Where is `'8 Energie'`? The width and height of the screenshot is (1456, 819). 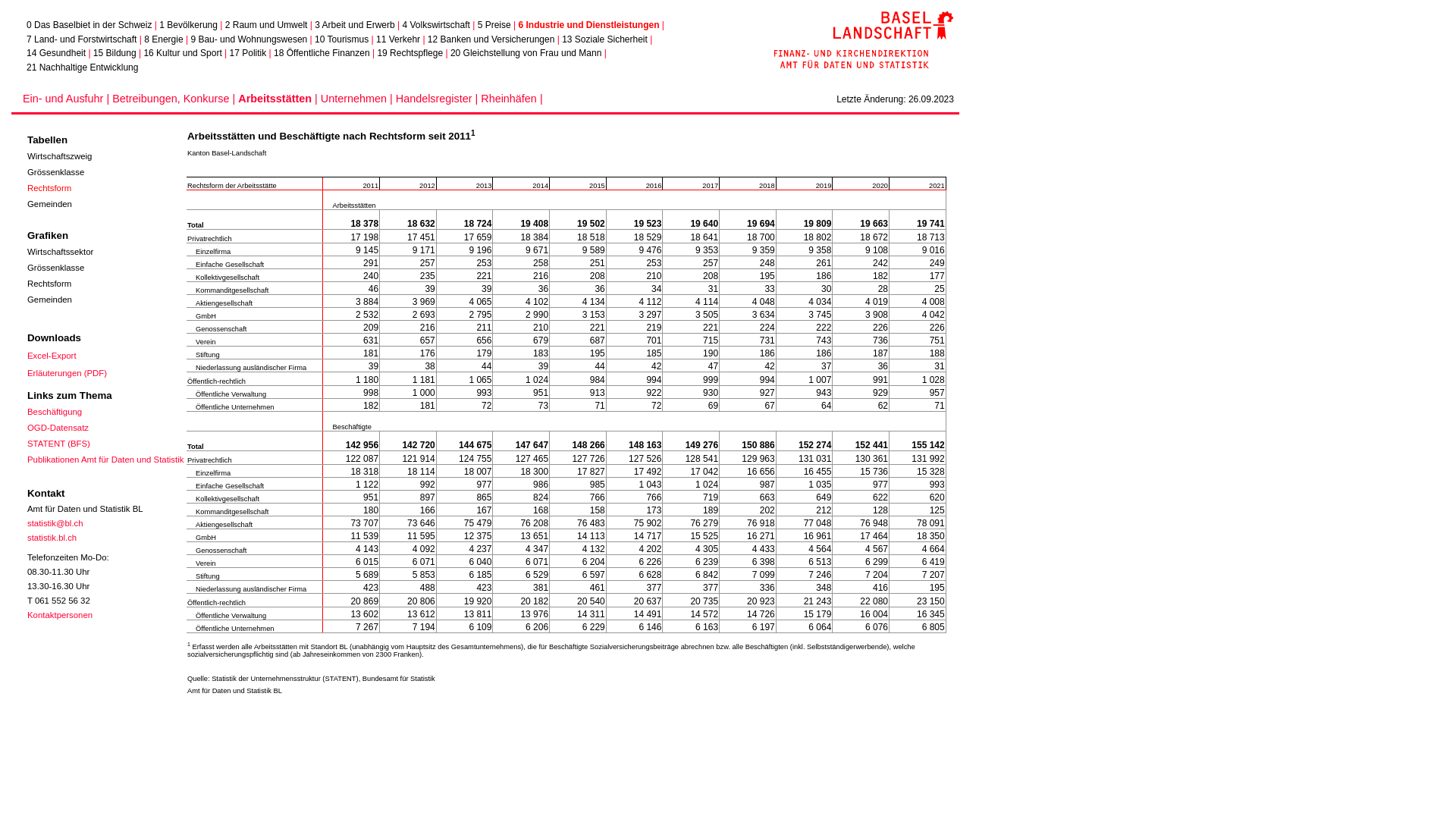 '8 Energie' is located at coordinates (163, 38).